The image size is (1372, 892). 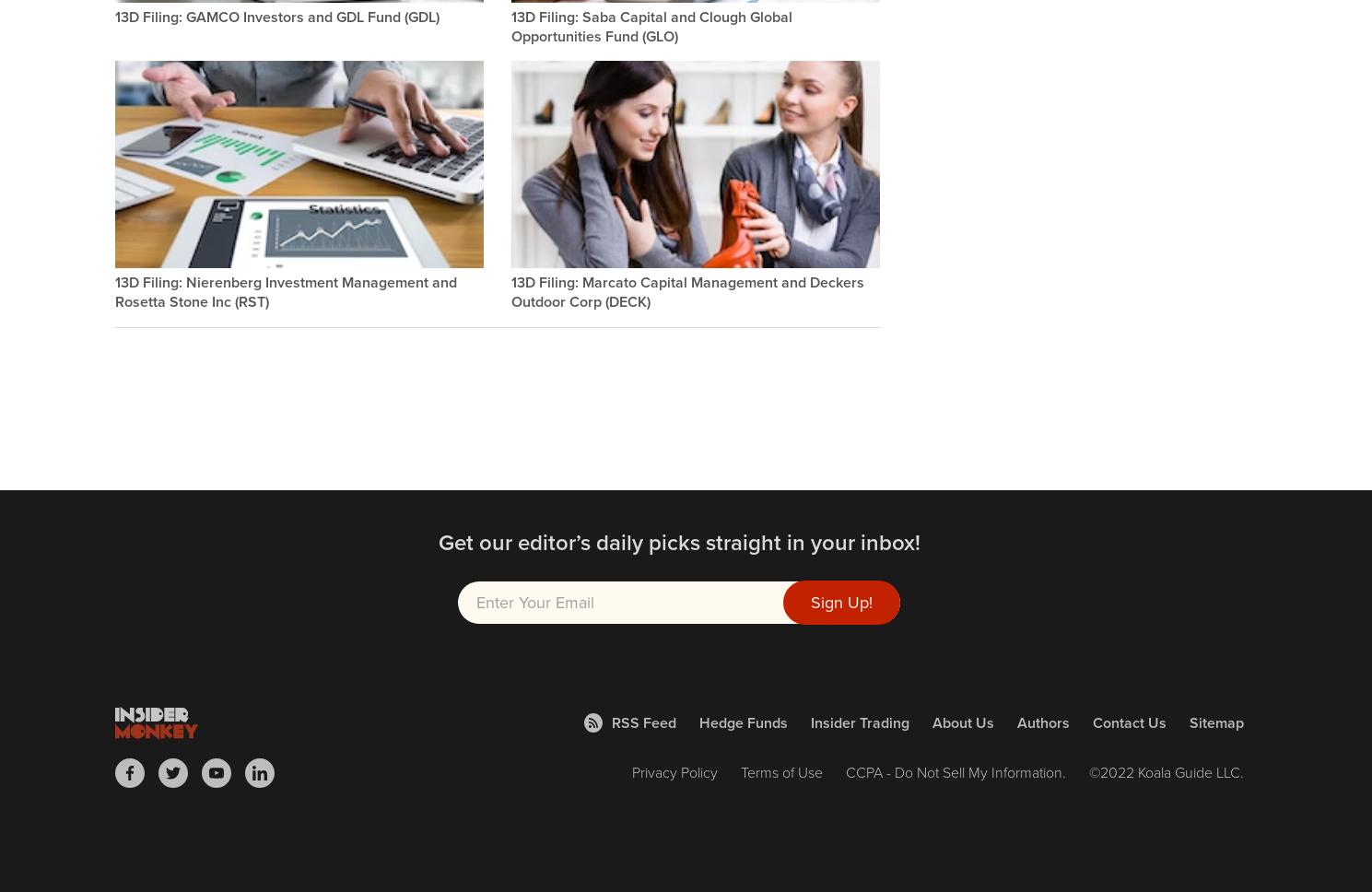 I want to click on 'Privacy Policy', so click(x=673, y=771).